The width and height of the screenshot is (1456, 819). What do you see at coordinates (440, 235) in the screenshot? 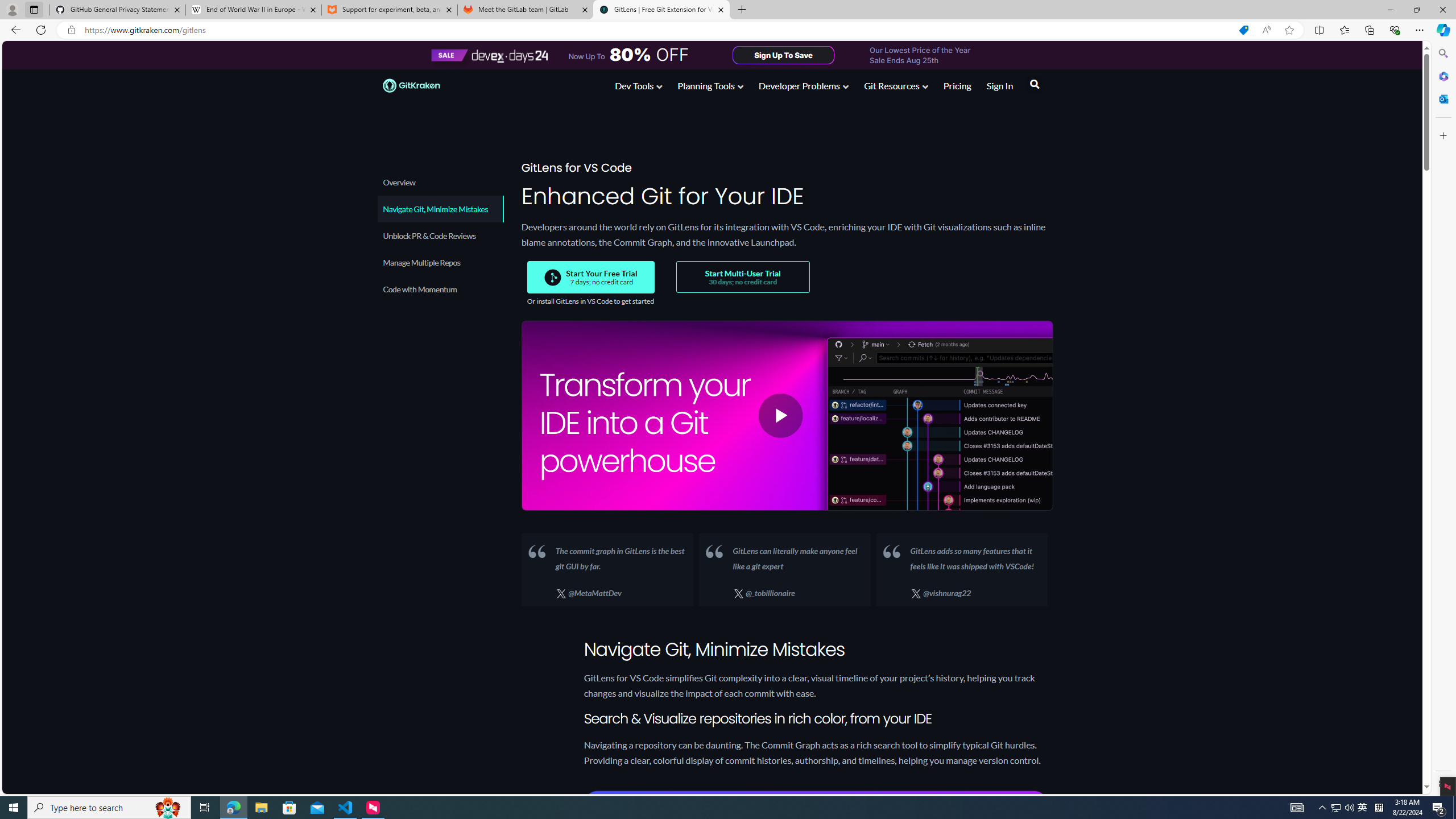
I see `'Unblock PR & Code Reviews'` at bounding box center [440, 235].